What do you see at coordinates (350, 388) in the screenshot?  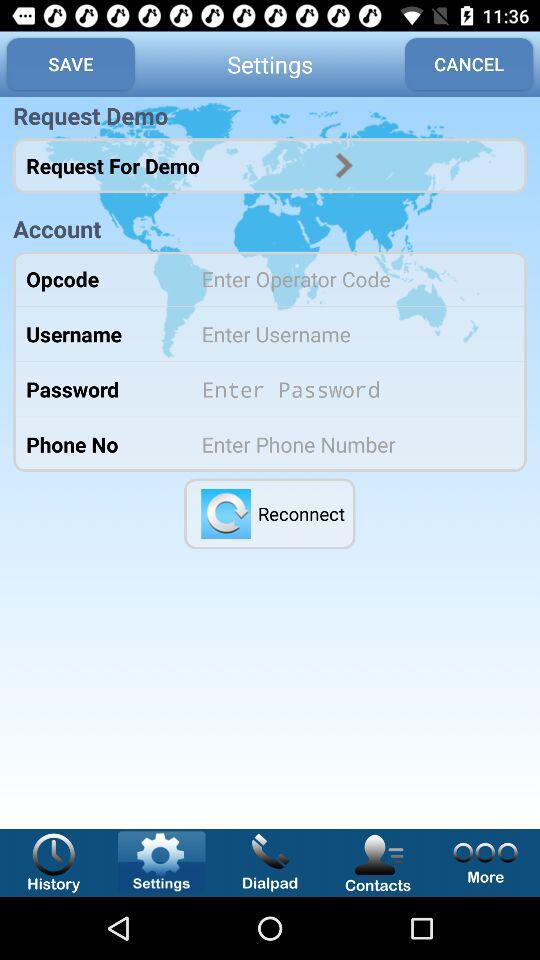 I see `type password` at bounding box center [350, 388].